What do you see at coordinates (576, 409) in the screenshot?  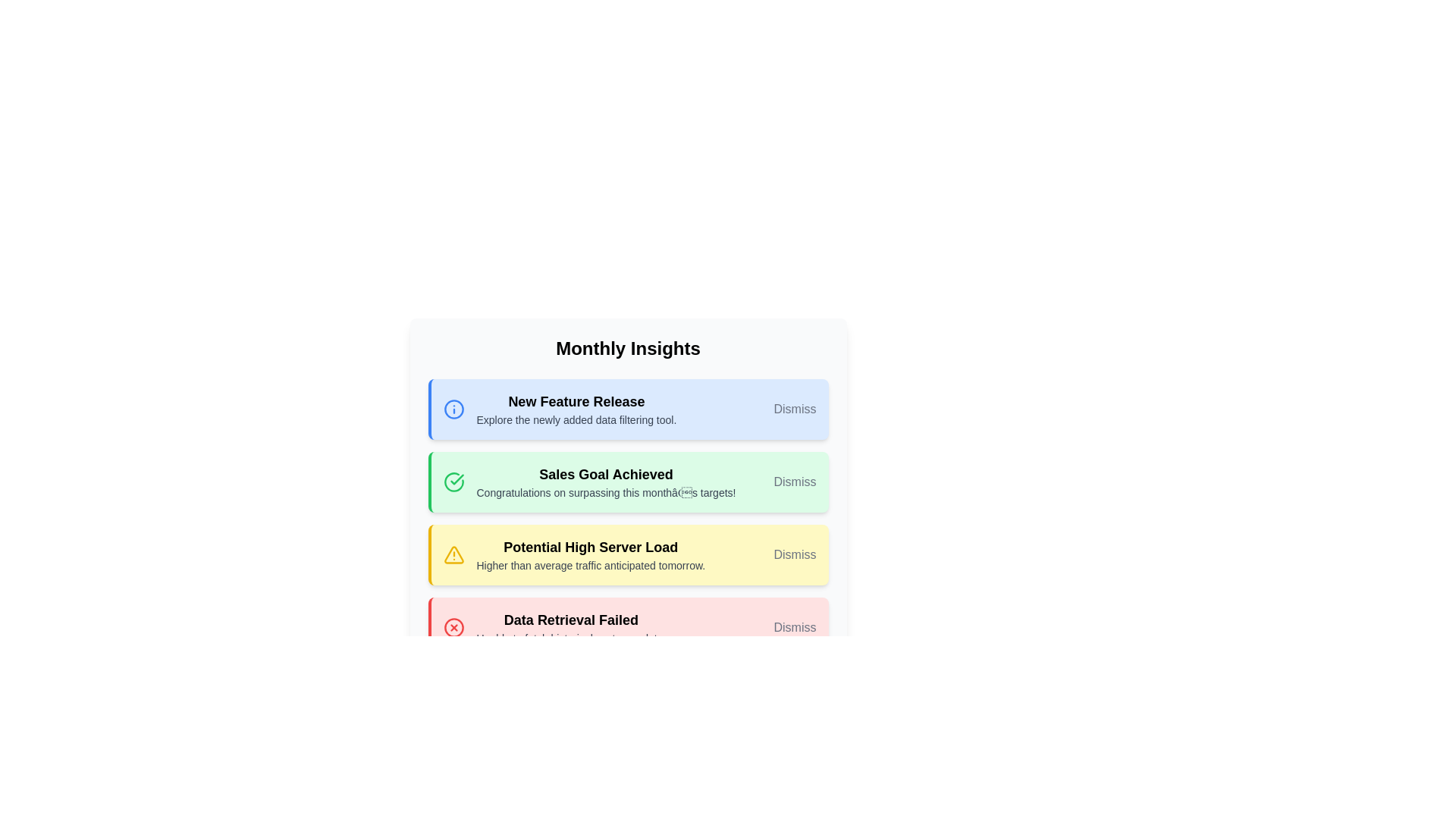 I see `the text block within the notification card that informs about a newly introduced feature, to access surrounding elements for further actions` at bounding box center [576, 409].